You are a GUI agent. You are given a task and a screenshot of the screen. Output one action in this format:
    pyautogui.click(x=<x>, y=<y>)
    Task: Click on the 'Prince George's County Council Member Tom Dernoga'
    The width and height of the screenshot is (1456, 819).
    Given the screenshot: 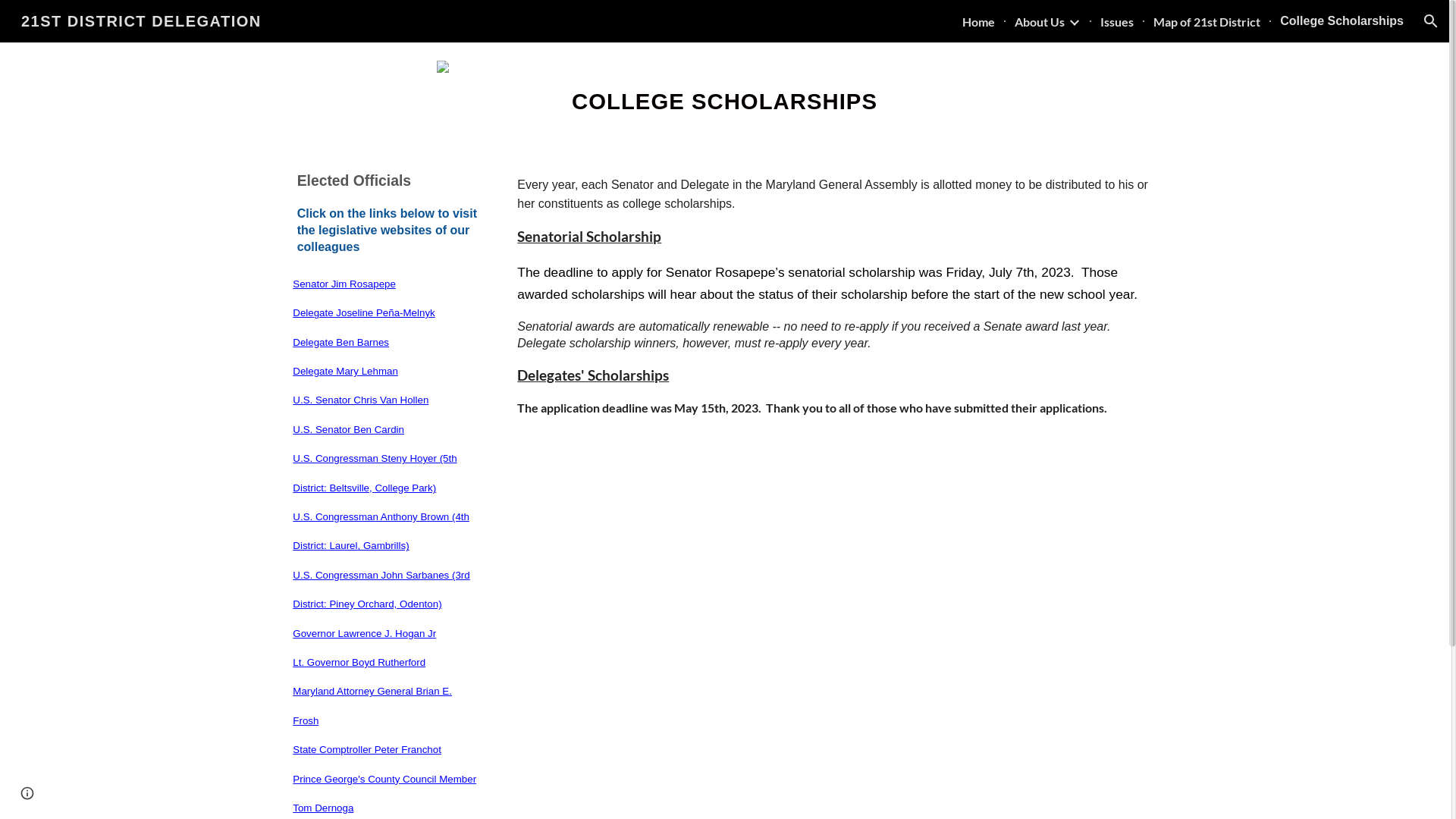 What is the action you would take?
    pyautogui.click(x=384, y=792)
    